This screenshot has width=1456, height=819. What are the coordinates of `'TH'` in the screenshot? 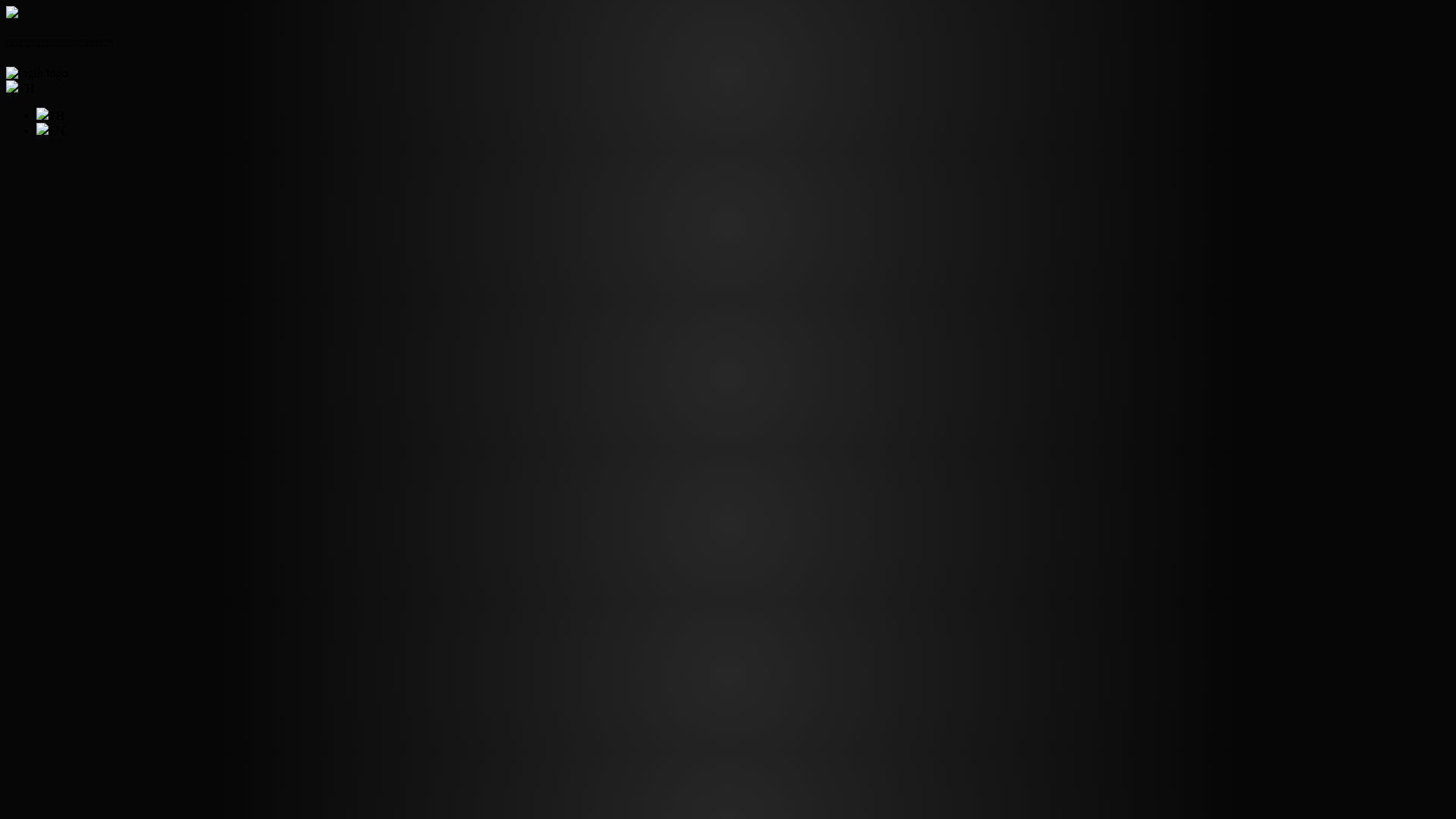 It's located at (20, 88).